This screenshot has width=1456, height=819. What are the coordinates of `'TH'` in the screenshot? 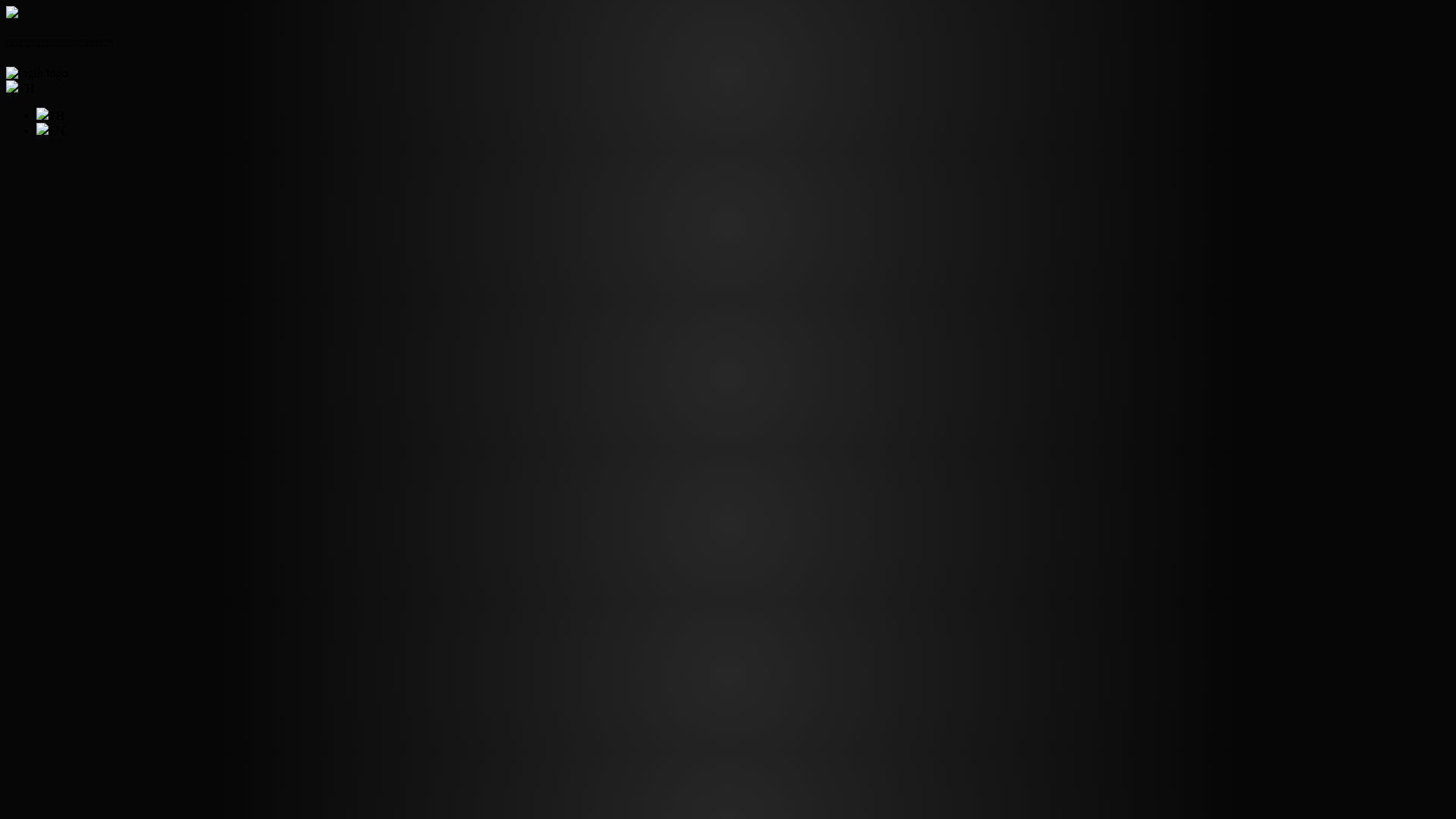 It's located at (20, 88).